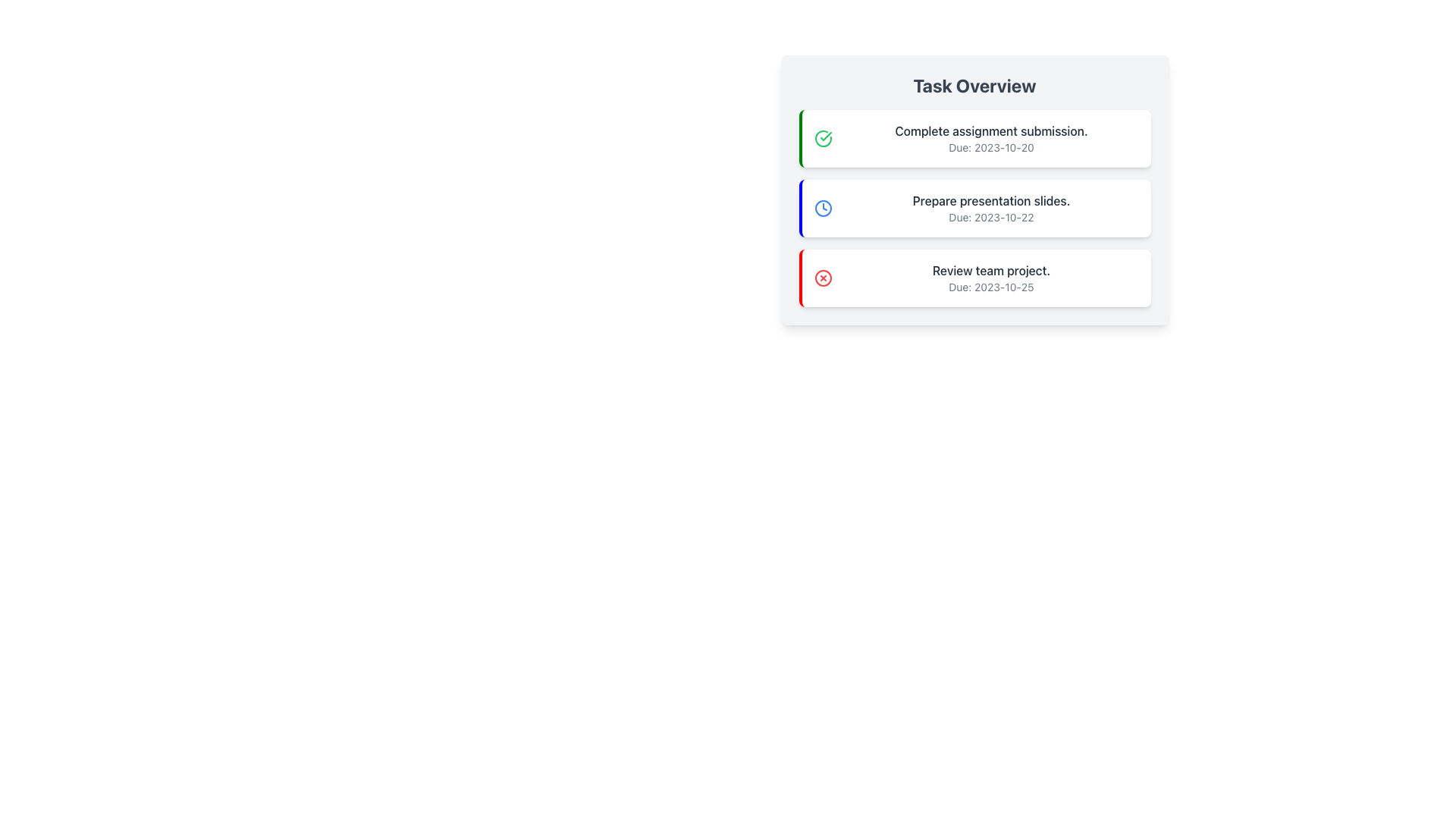 The height and width of the screenshot is (819, 1456). What do you see at coordinates (991, 138) in the screenshot?
I see `the text display component that shows 'Complete assignment submission.' with due date 'Due: 2023-10-20' in the task overview section` at bounding box center [991, 138].